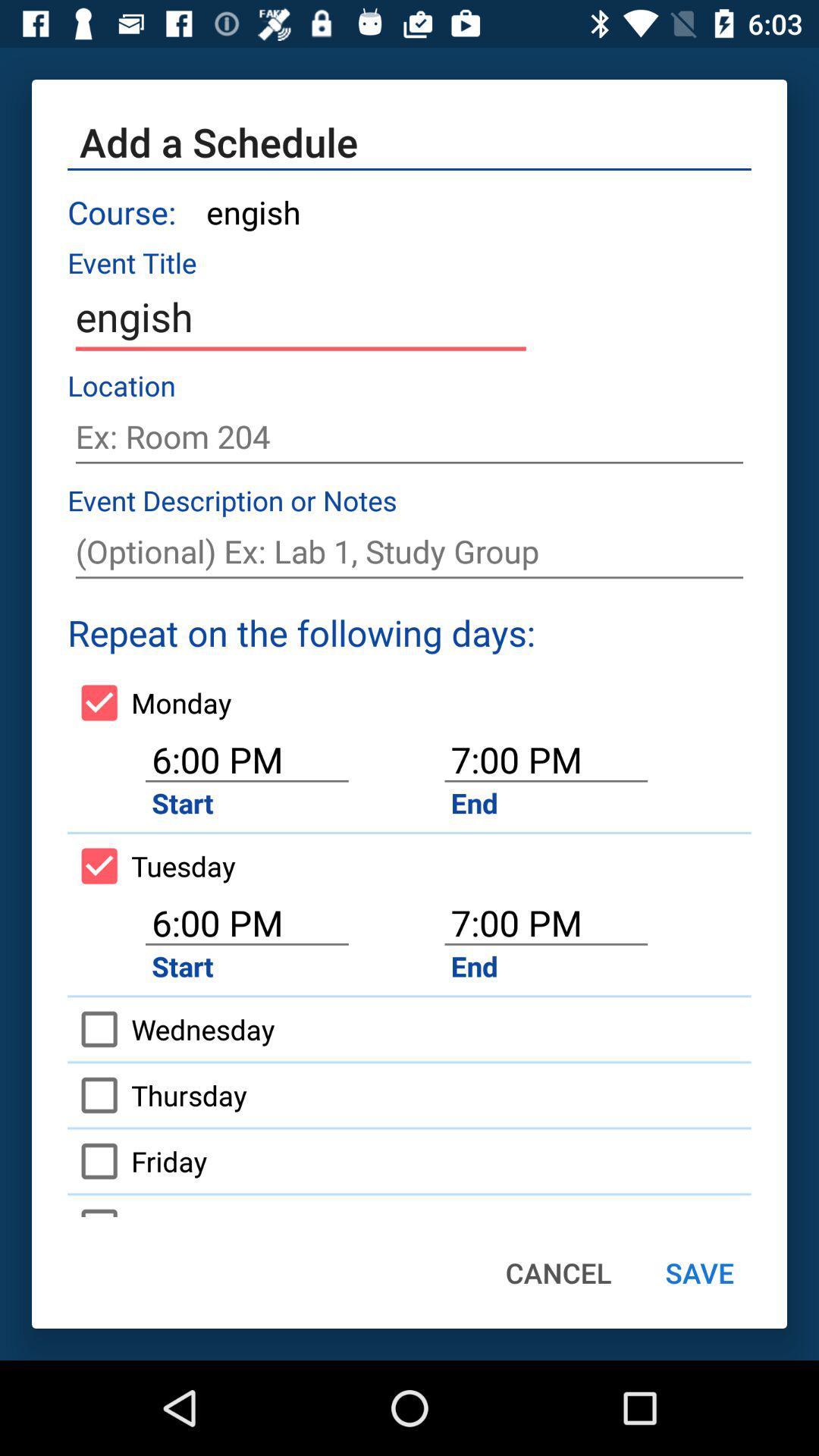  Describe the element at coordinates (157, 1095) in the screenshot. I see `thursday item` at that location.